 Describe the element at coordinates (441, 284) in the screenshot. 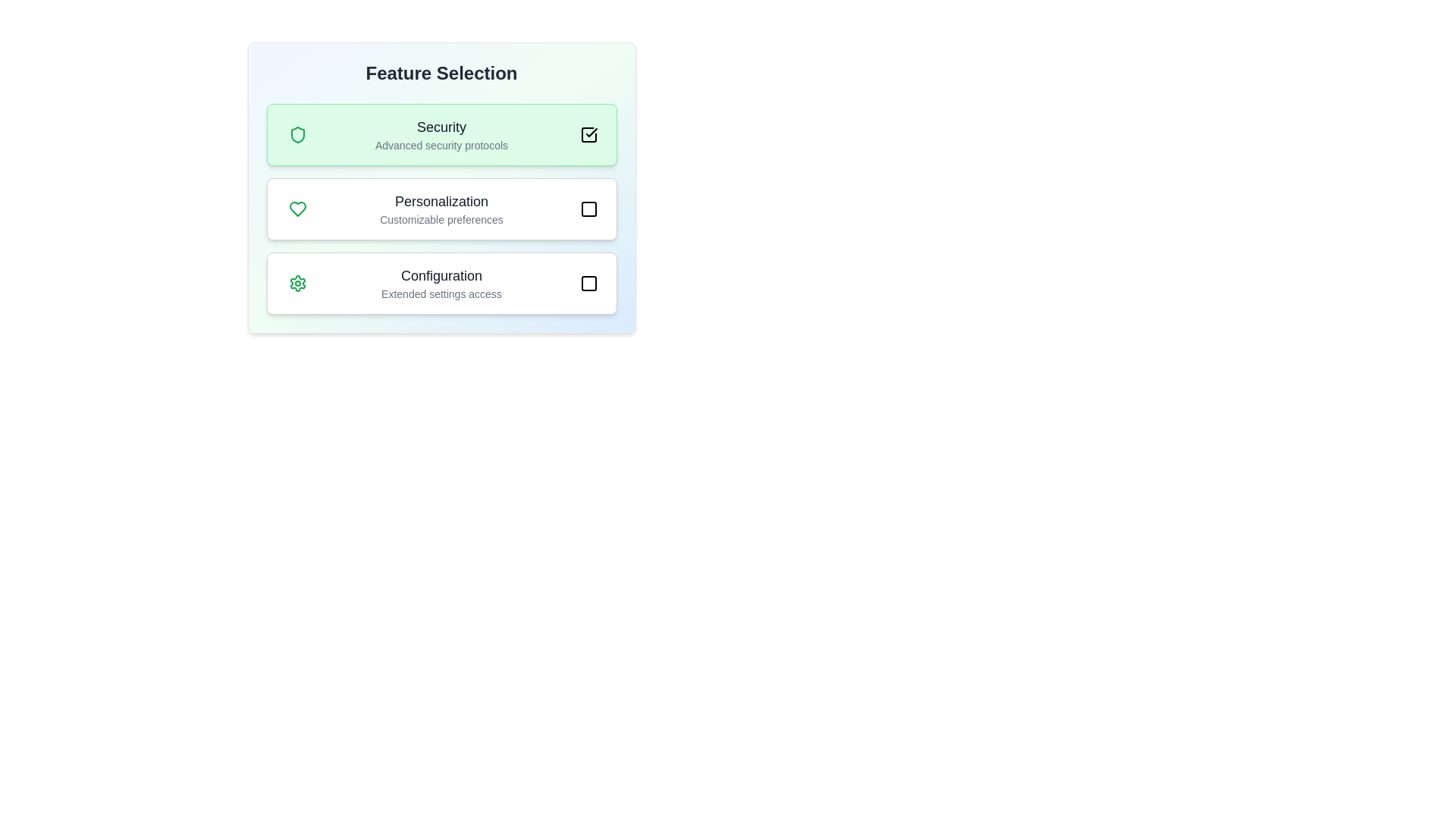

I see `the informative label titled 'Configuration' that describes 'Extended settings access', located beneath 'Security' and 'Personalization' as the third item in the vertical list` at that location.